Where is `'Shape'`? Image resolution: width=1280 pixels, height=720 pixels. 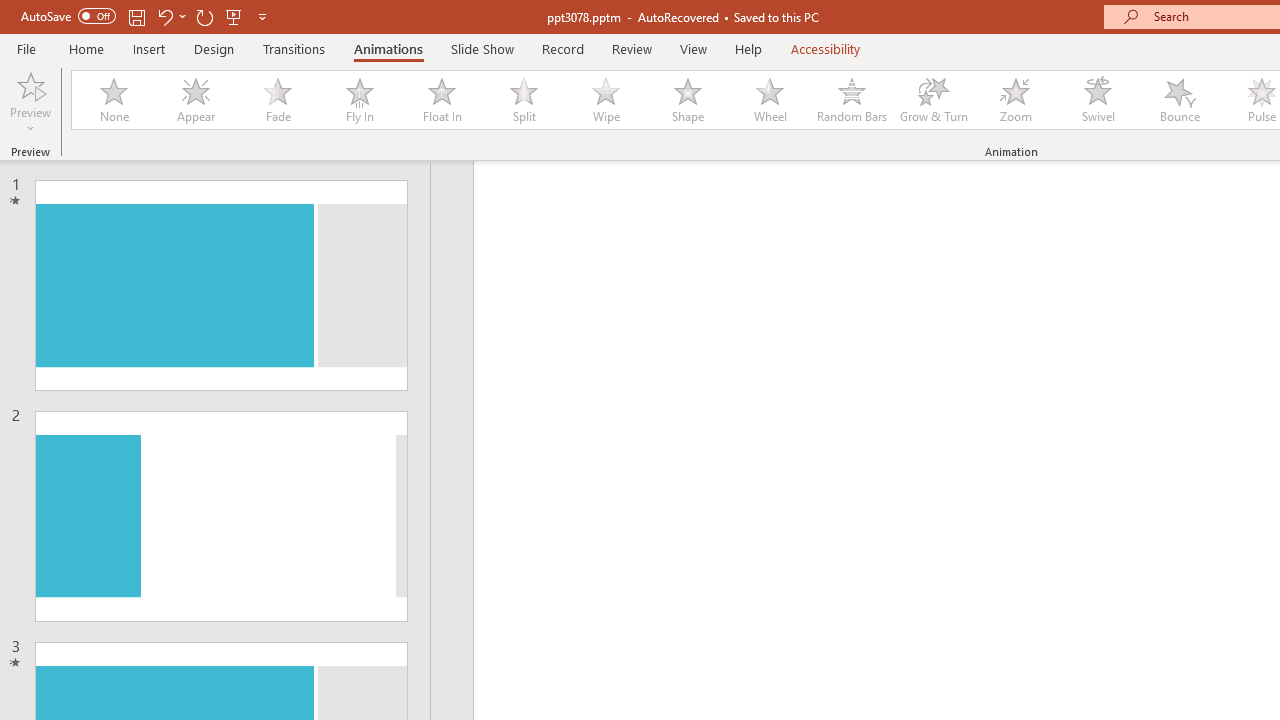 'Shape' is located at coordinates (688, 100).